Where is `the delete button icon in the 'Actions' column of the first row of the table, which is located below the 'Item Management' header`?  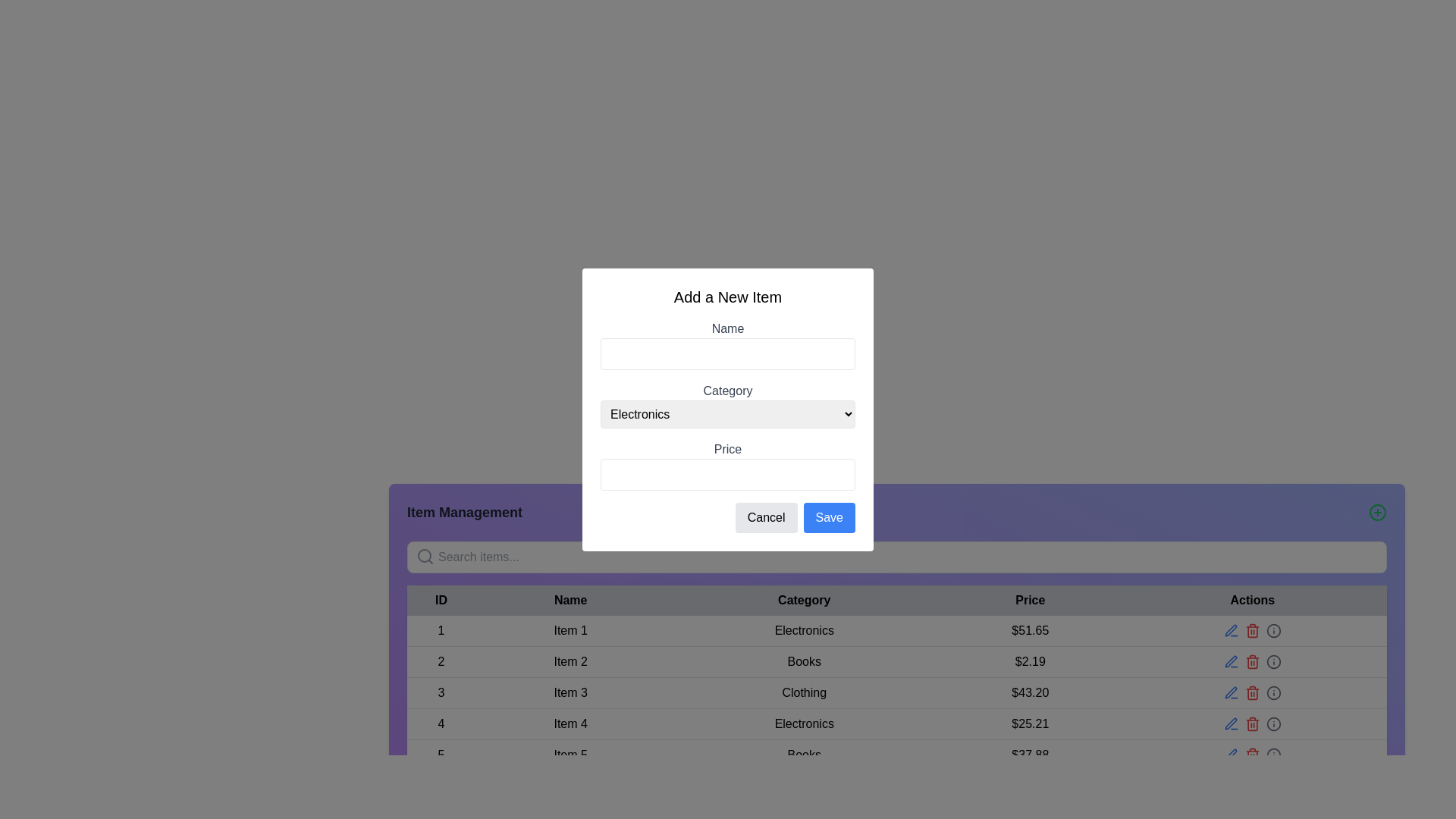
the delete button icon in the 'Actions' column of the first row of the table, which is located below the 'Item Management' header is located at coordinates (1252, 631).